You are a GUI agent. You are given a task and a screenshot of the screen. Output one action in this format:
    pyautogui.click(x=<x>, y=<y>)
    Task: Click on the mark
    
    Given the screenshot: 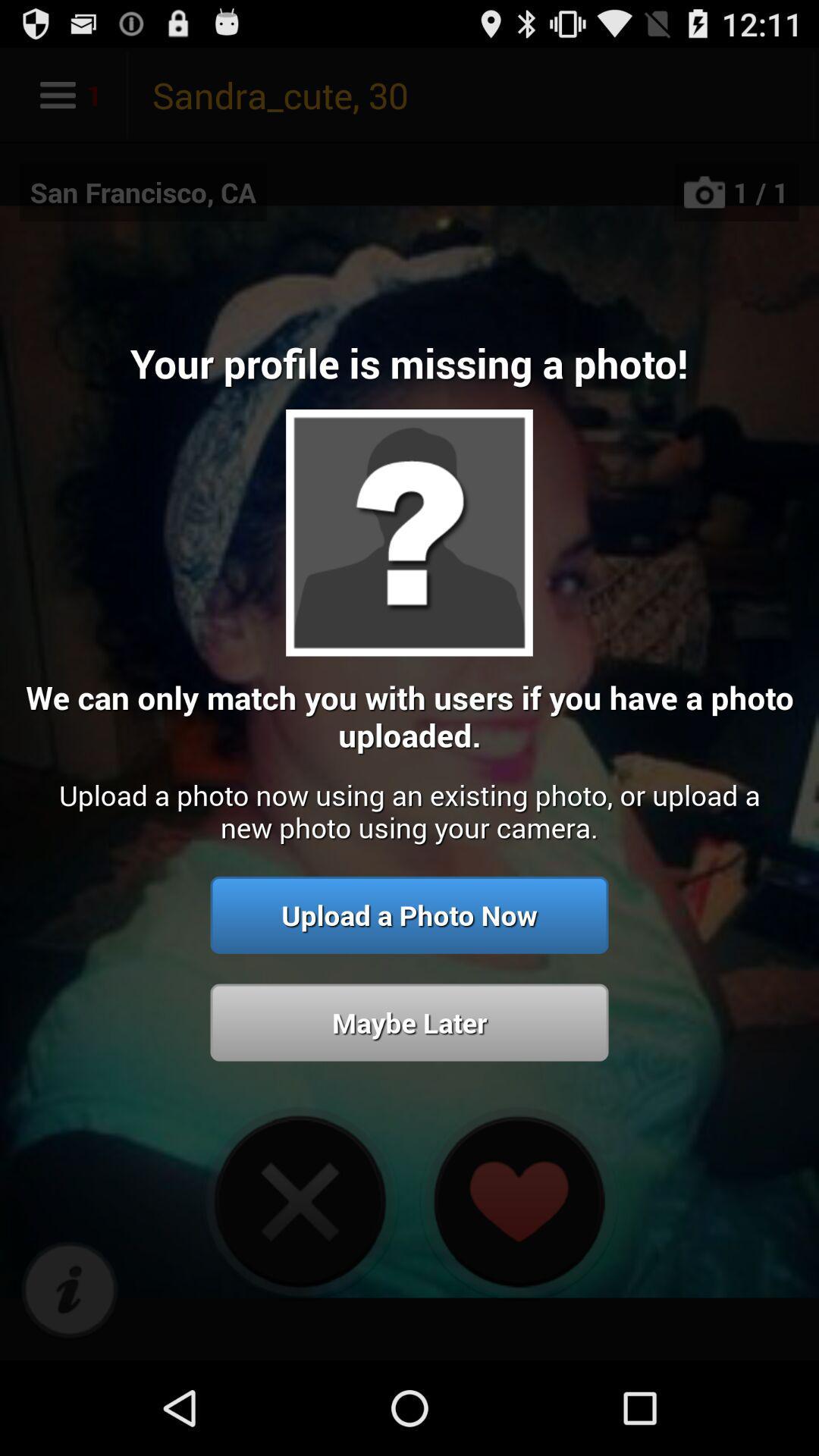 What is the action you would take?
    pyautogui.click(x=69, y=1290)
    